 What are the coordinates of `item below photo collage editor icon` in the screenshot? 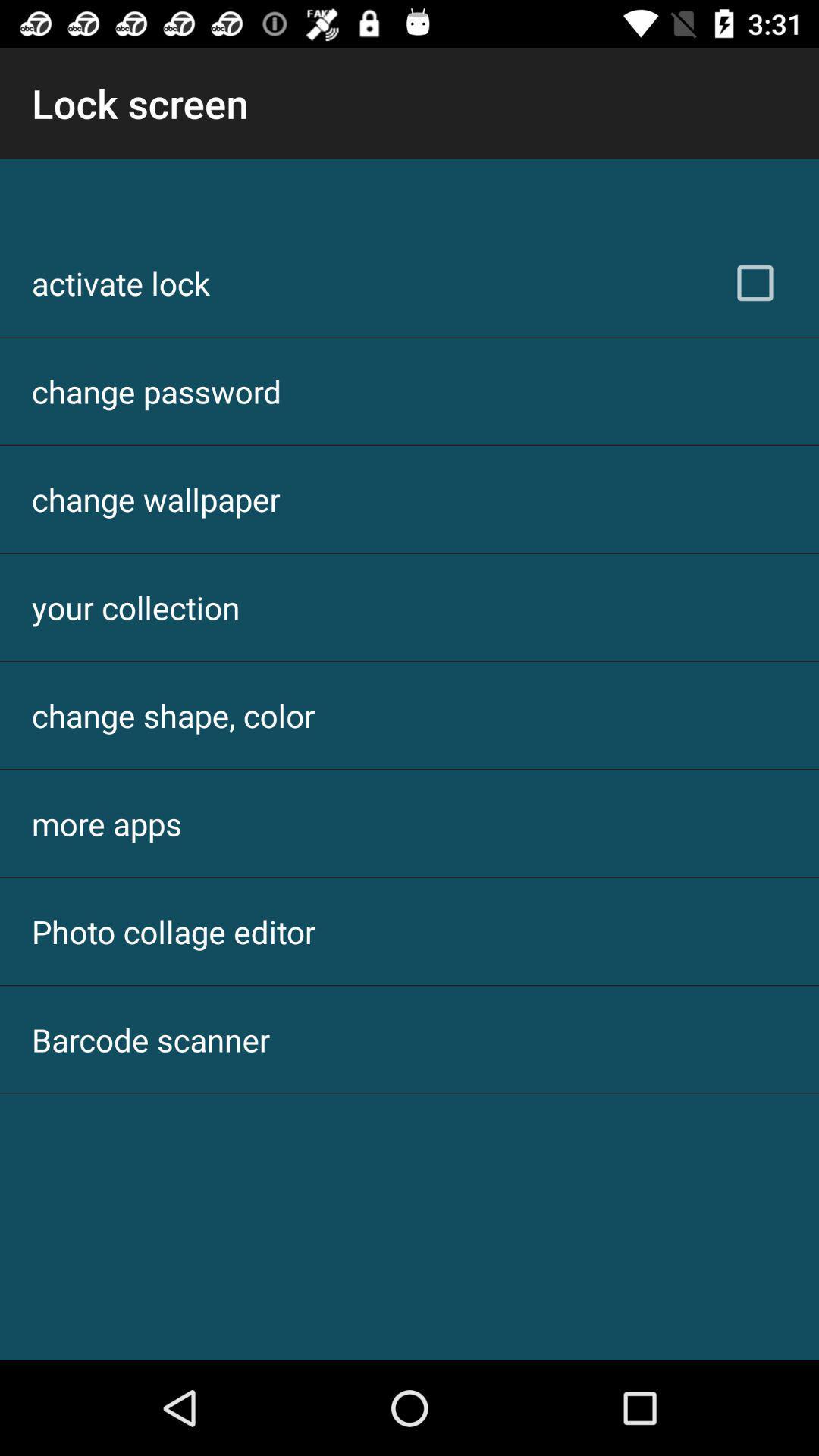 It's located at (151, 1039).